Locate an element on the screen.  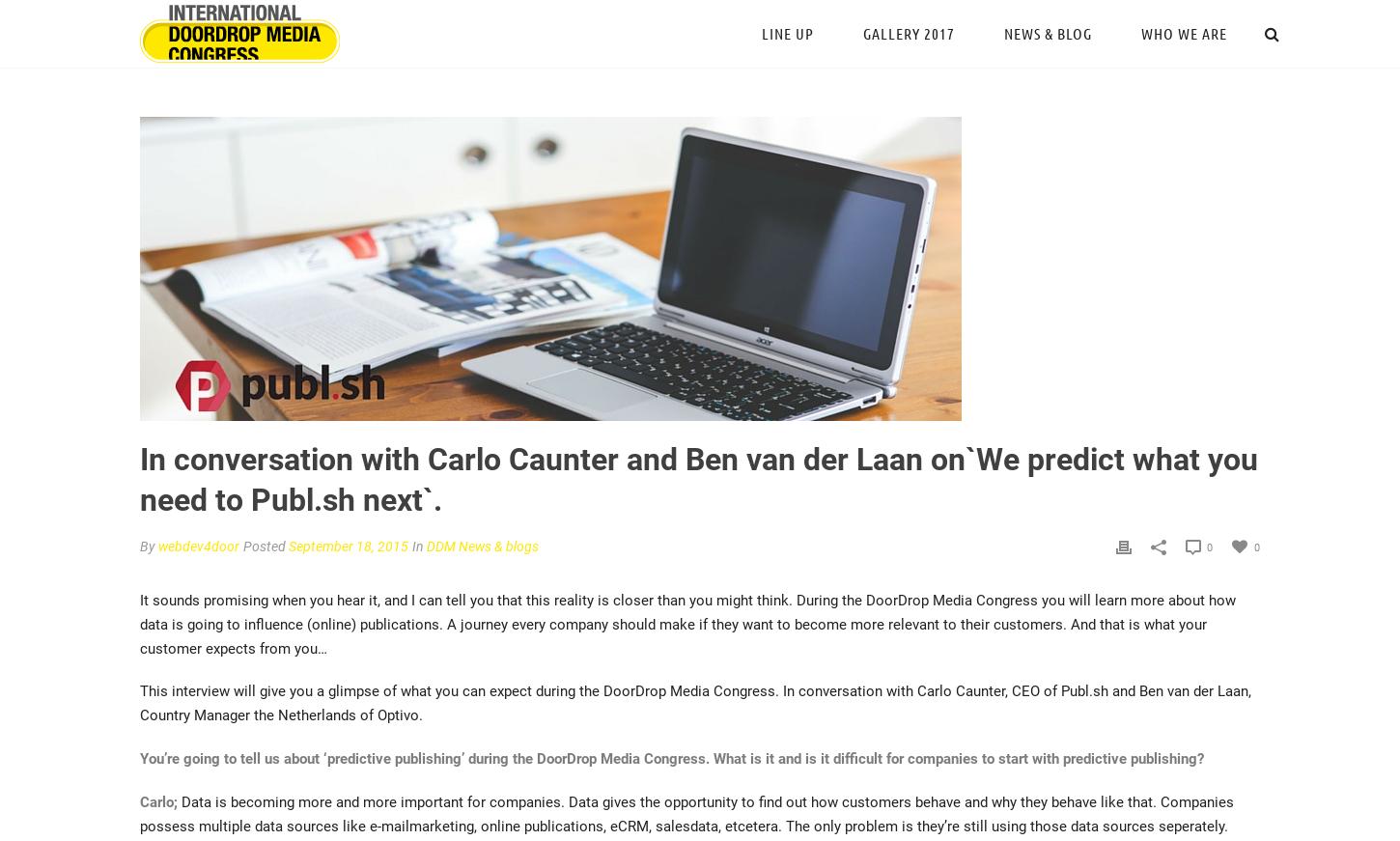
'Carlo;' is located at coordinates (139, 802).